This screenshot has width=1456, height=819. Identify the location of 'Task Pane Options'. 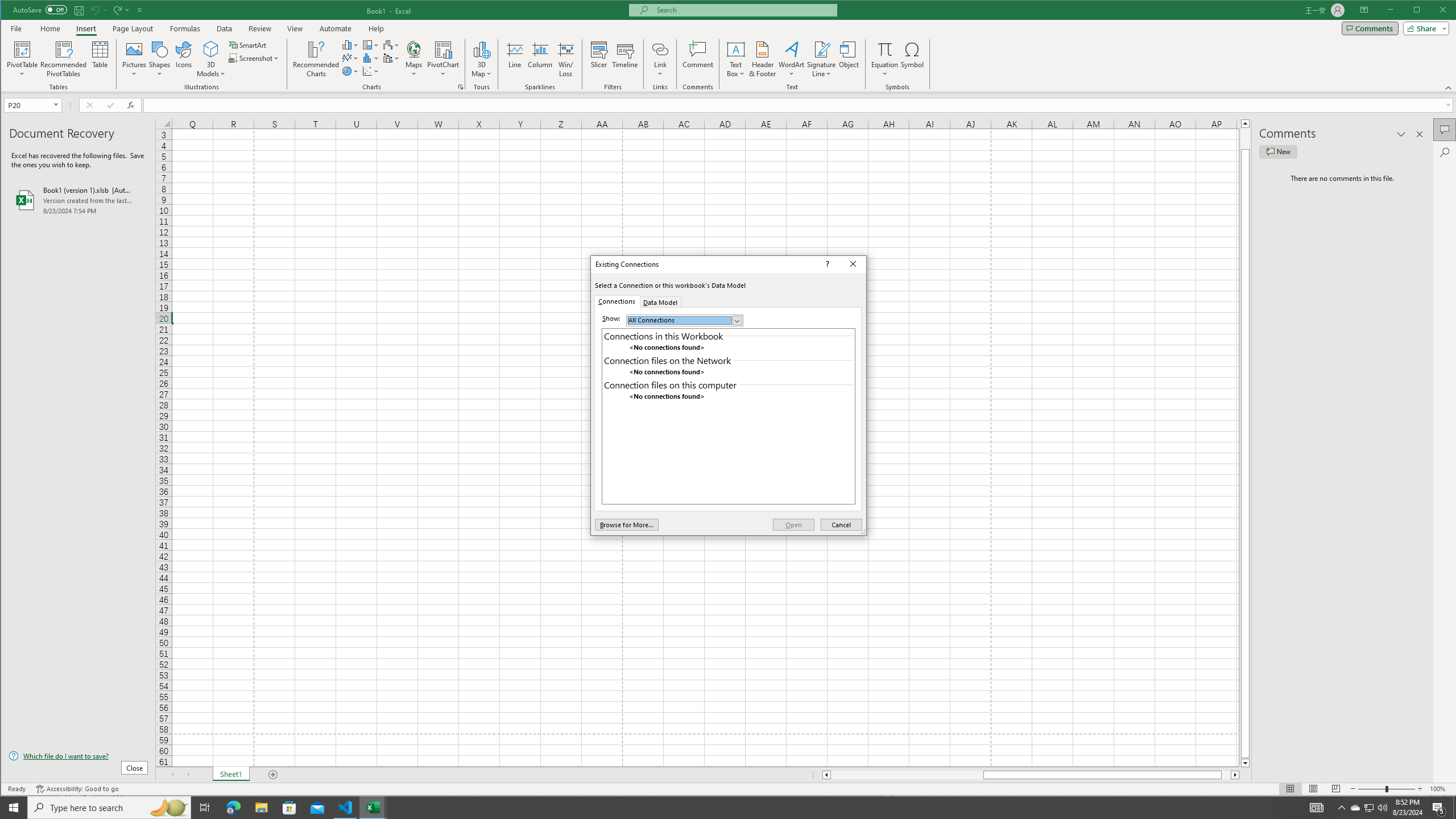
(1401, 134).